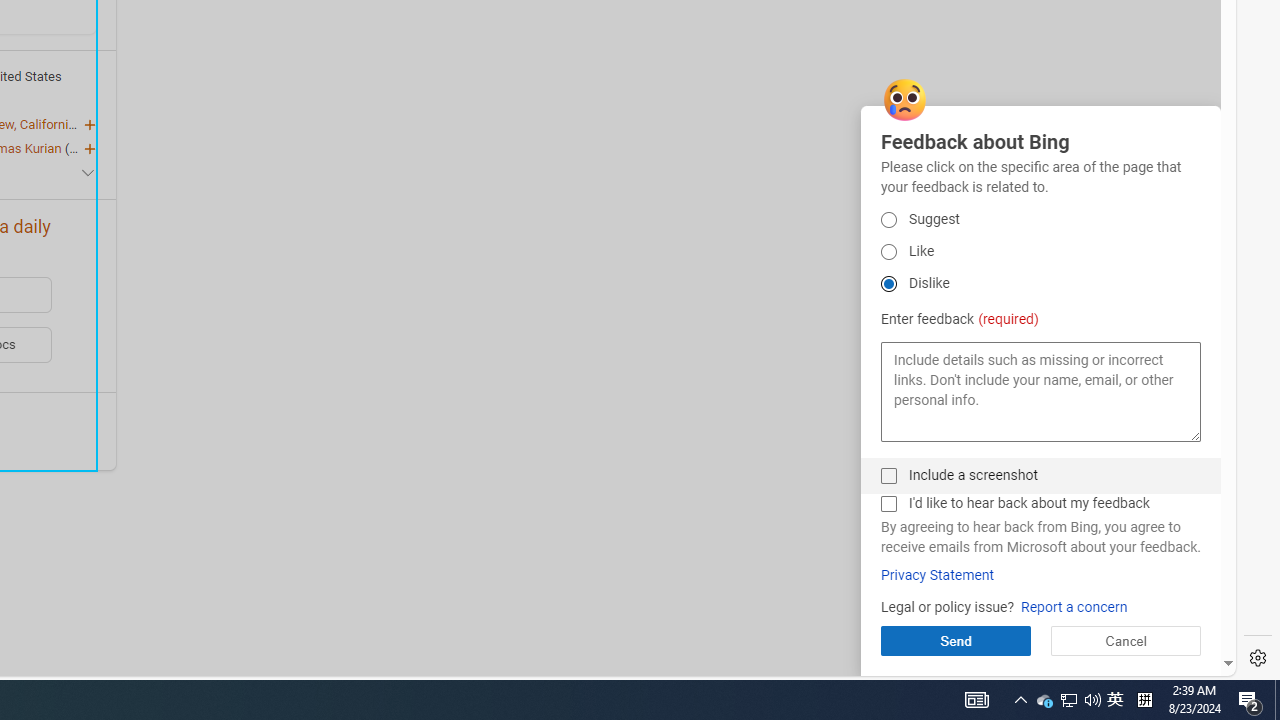 The width and height of the screenshot is (1280, 720). Describe the element at coordinates (936, 575) in the screenshot. I see `'Privacy Statement'` at that location.